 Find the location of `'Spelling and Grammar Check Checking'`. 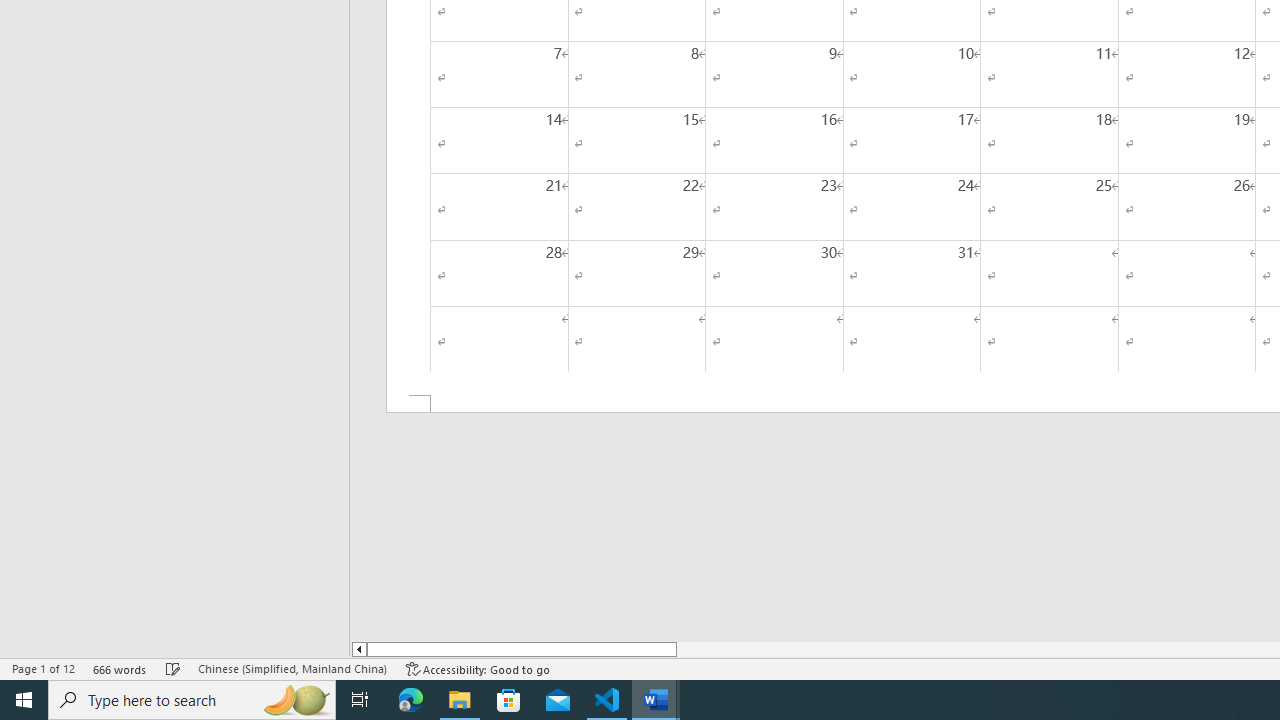

'Spelling and Grammar Check Checking' is located at coordinates (173, 669).